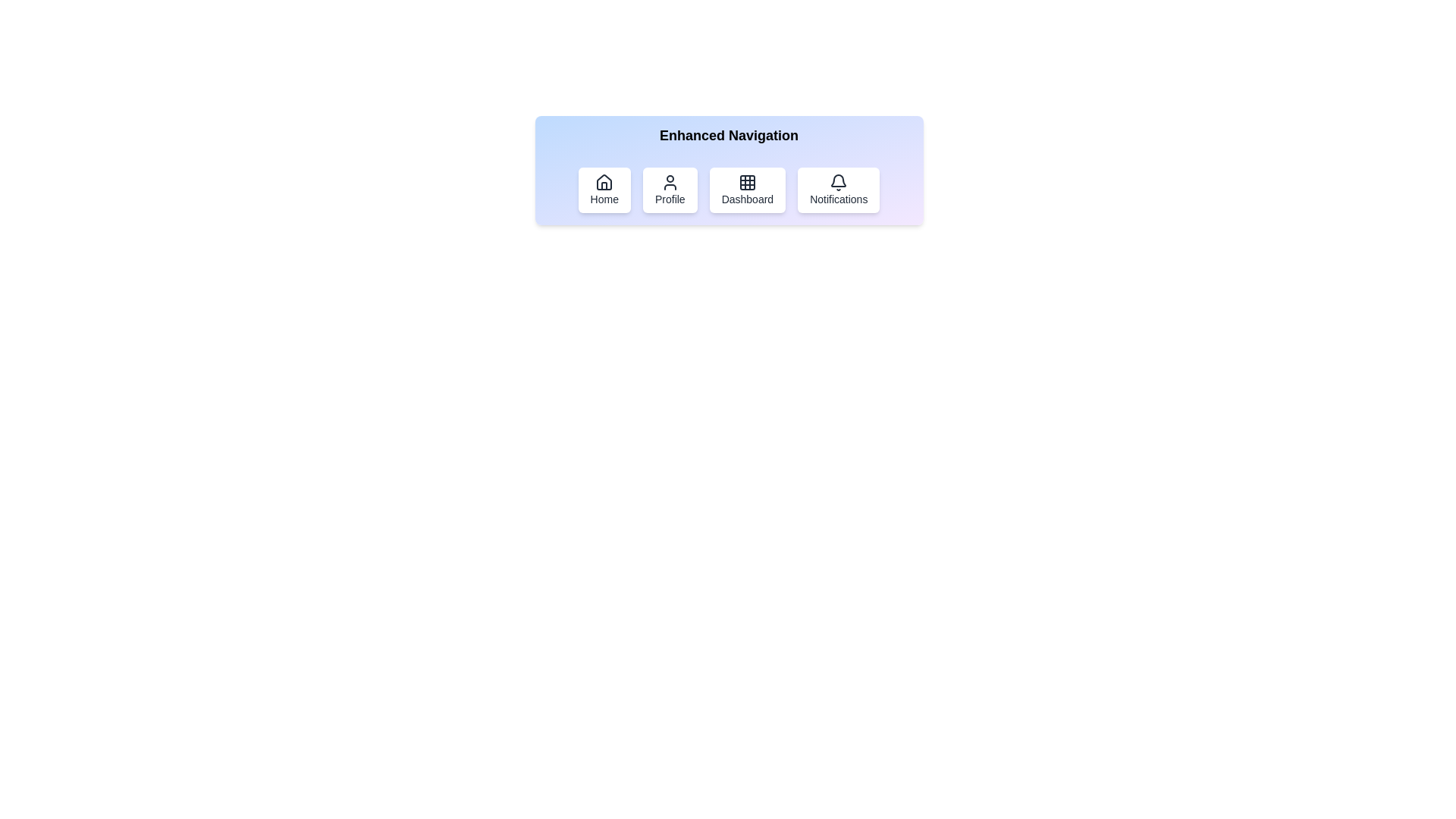 The height and width of the screenshot is (819, 1456). What do you see at coordinates (729, 189) in the screenshot?
I see `the third button in the navigation bar` at bounding box center [729, 189].